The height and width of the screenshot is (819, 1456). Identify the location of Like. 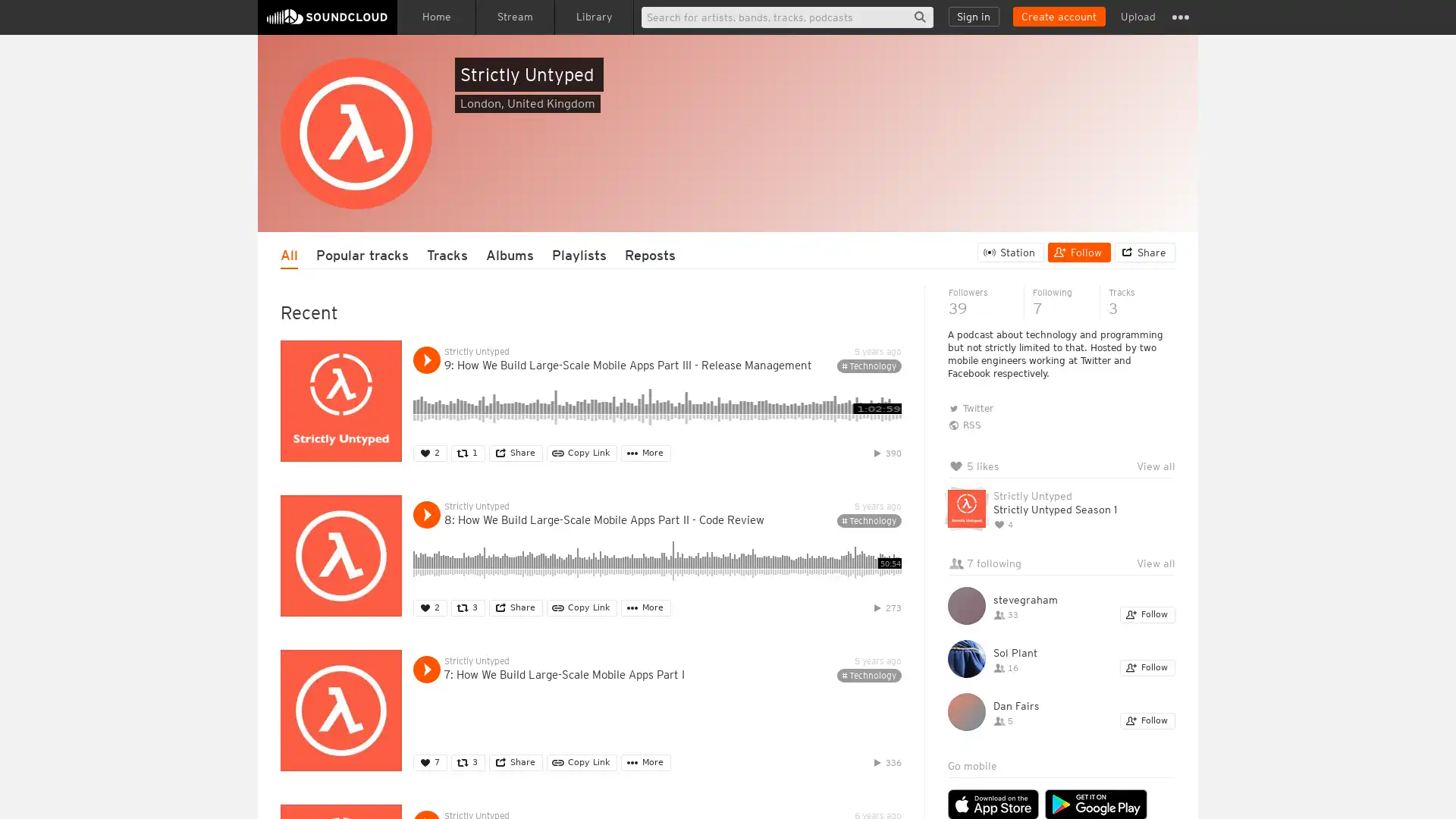
(429, 452).